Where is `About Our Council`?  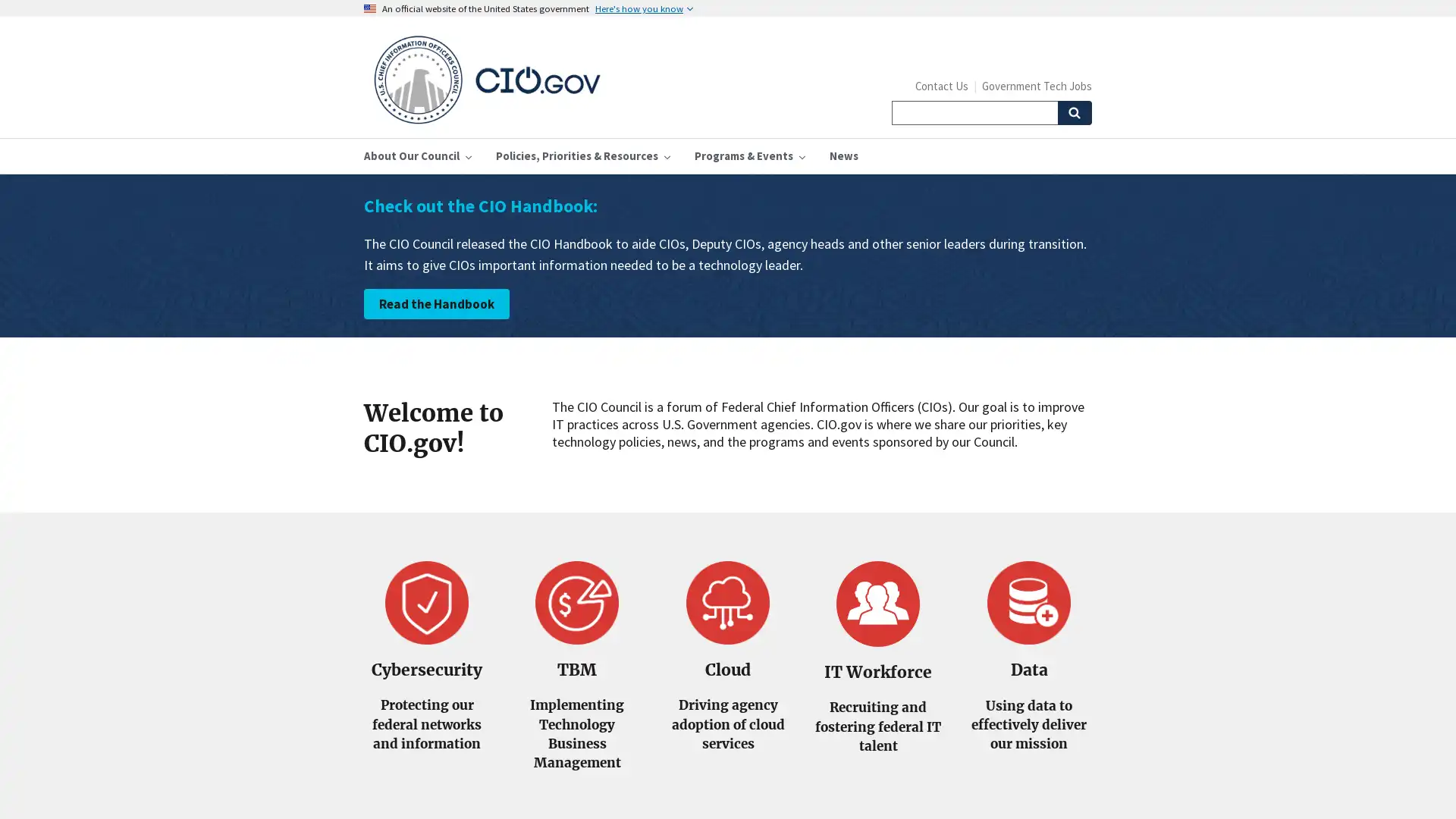 About Our Council is located at coordinates (418, 155).